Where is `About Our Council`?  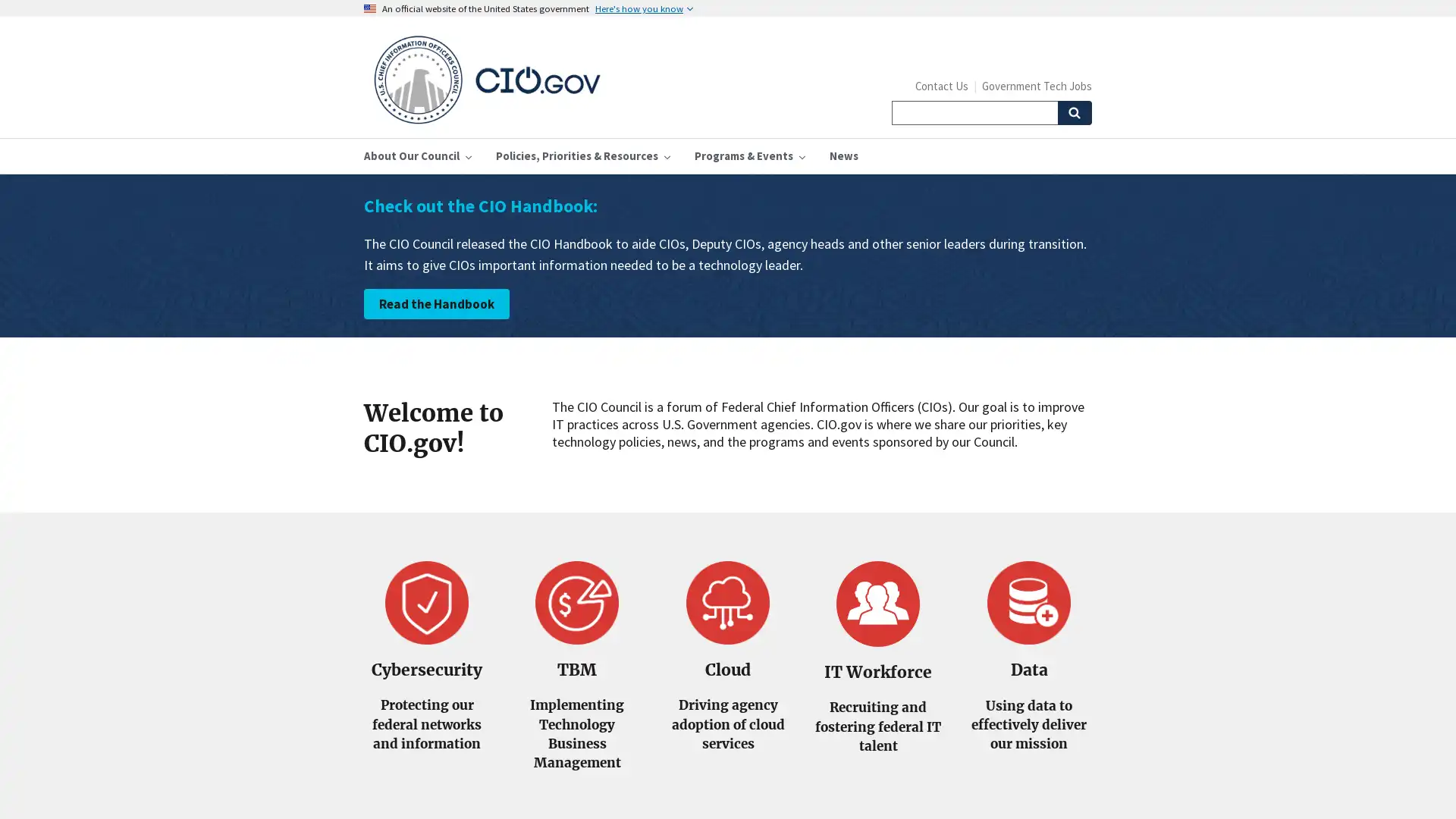 About Our Council is located at coordinates (418, 155).